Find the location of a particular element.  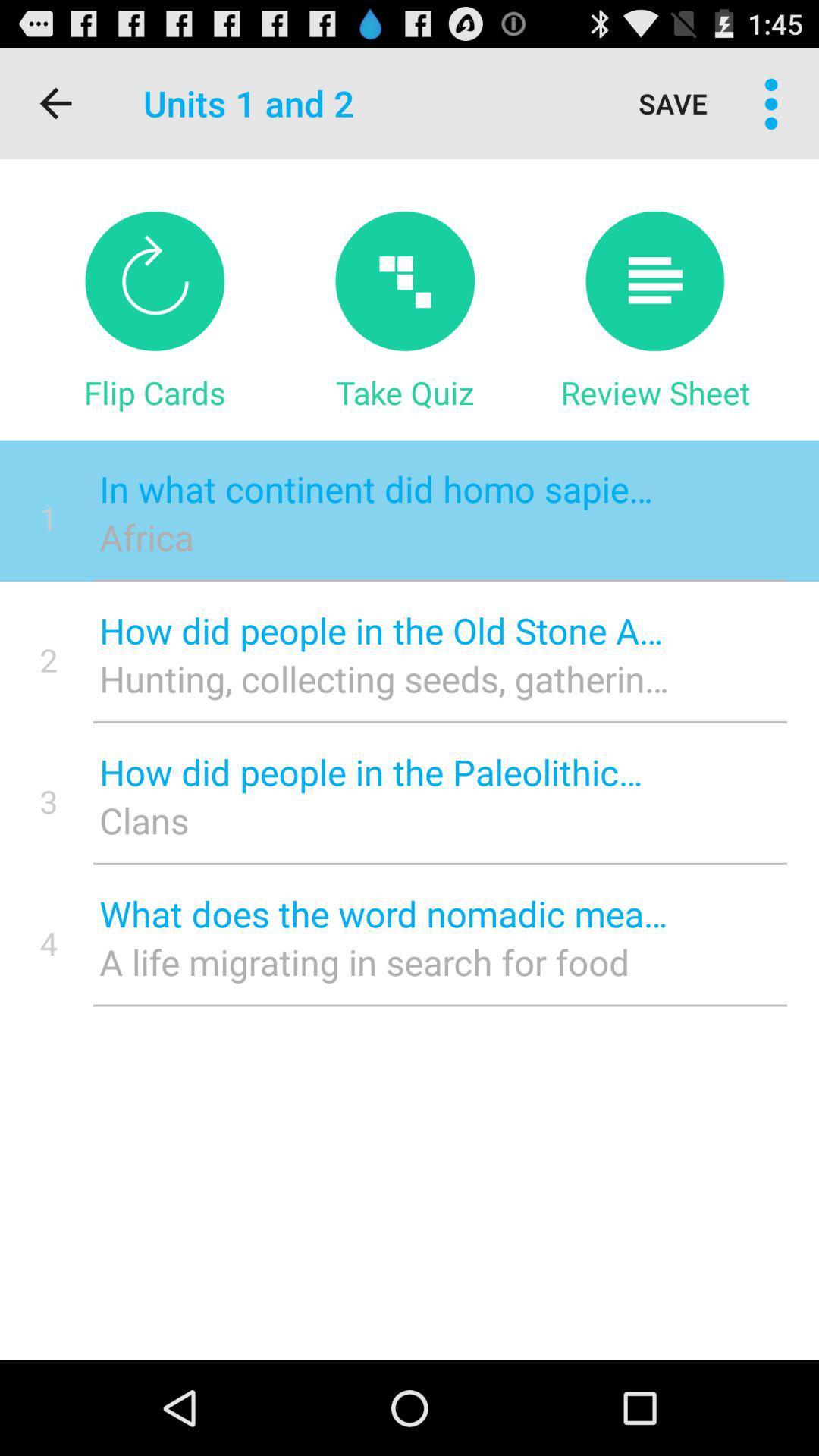

take quizz is located at coordinates (404, 281).